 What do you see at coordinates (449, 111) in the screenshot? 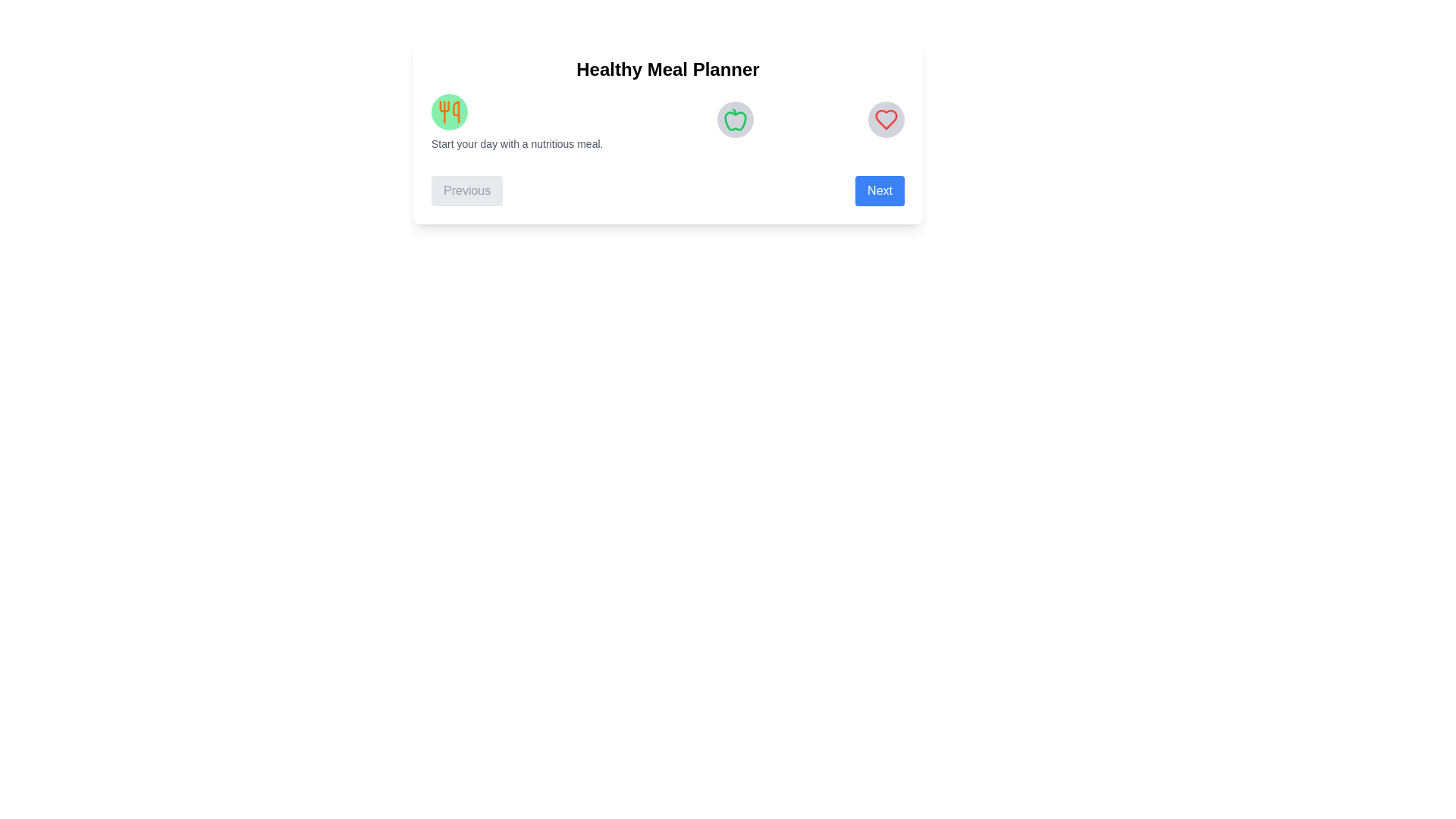
I see `the icon representing the Breakfast step to view its details` at bounding box center [449, 111].